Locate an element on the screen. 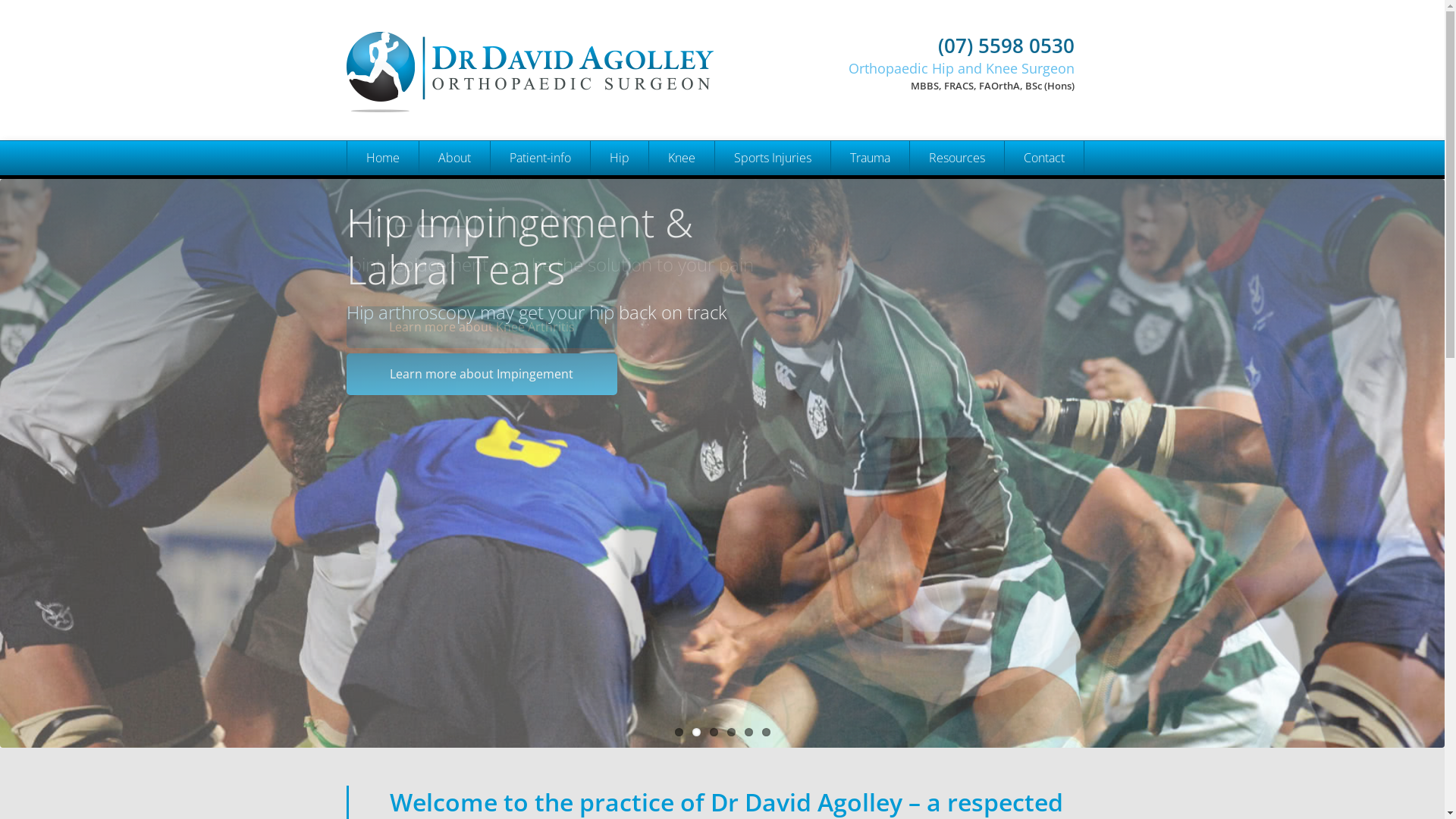 The height and width of the screenshot is (819, 1456). 'Presentations' is located at coordinates (955, 226).